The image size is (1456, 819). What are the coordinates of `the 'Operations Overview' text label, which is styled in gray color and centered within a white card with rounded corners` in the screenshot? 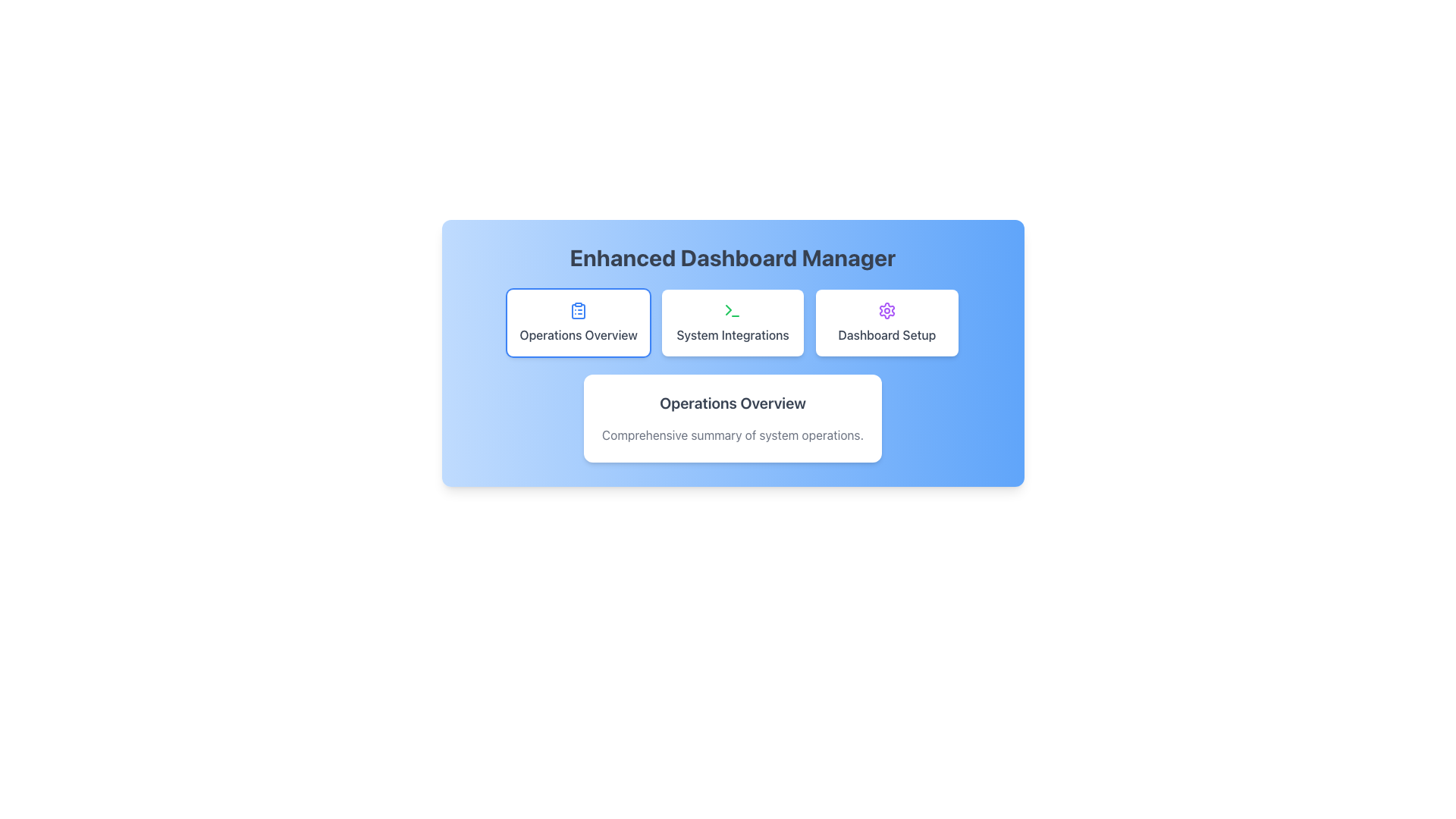 It's located at (578, 334).